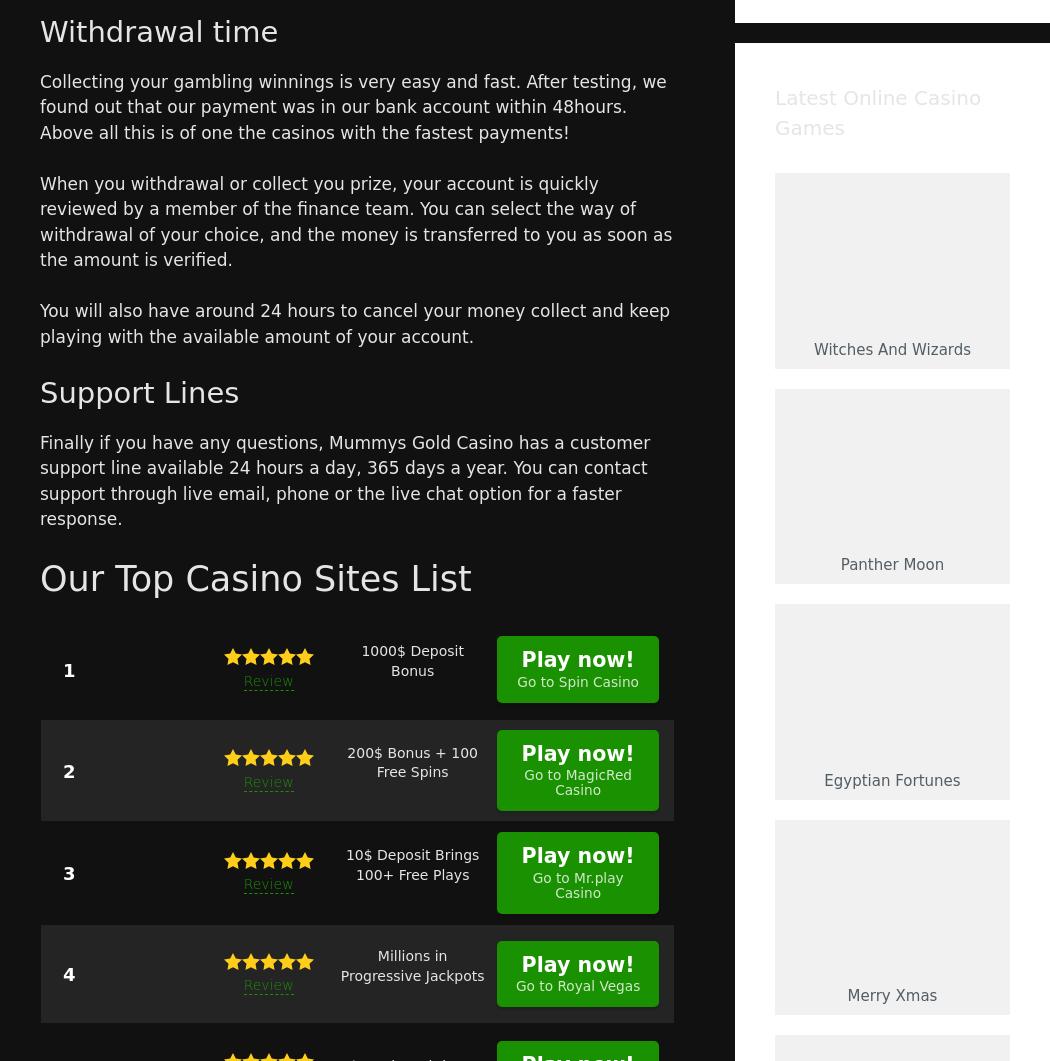  Describe the element at coordinates (890, 780) in the screenshot. I see `'Egyptian fortunes'` at that location.